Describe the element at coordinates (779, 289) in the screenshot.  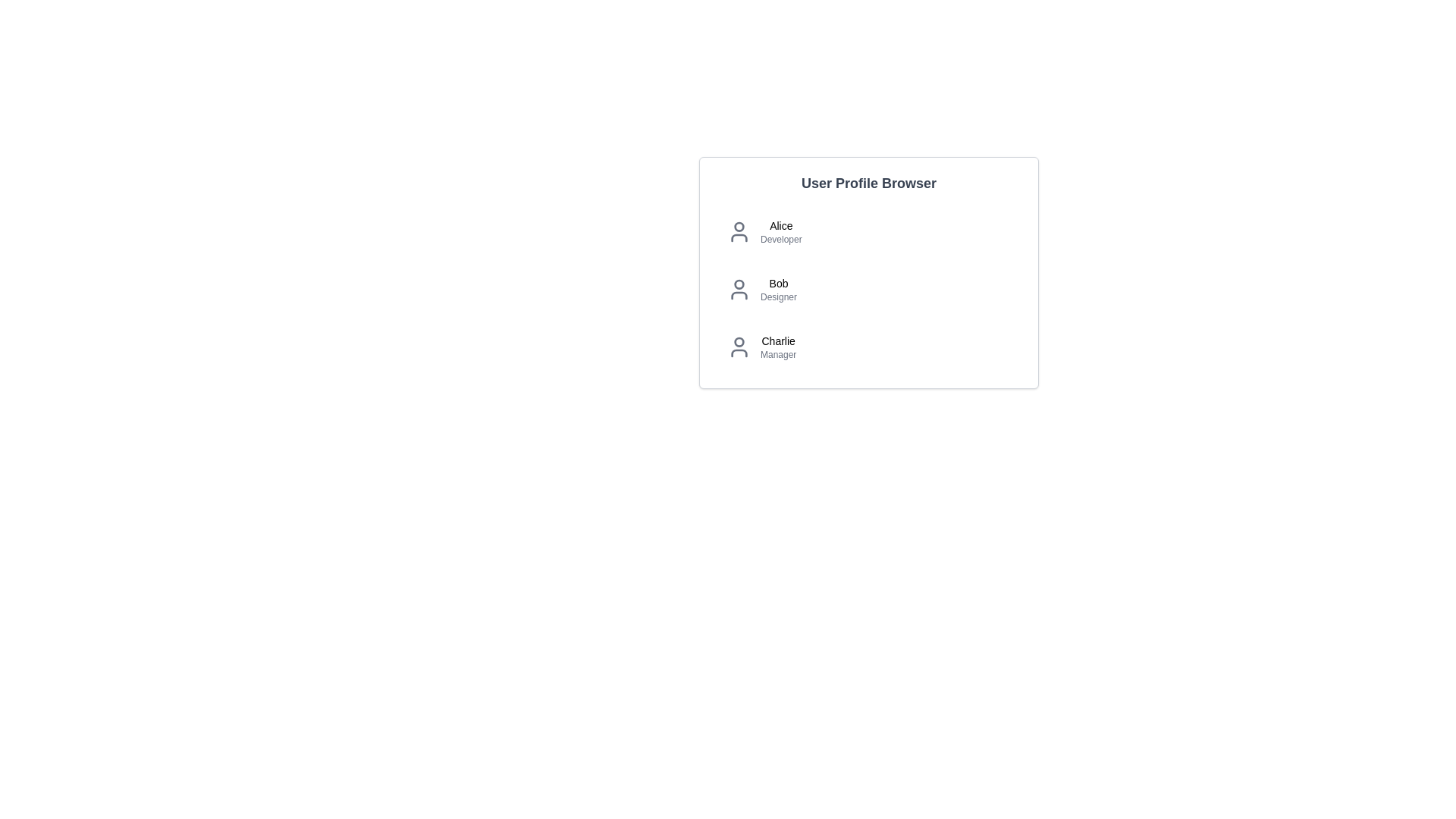
I see `displayed name 'Bob' and role 'Designer' from the text display component, which is the second in a vertical list of similar components` at that location.